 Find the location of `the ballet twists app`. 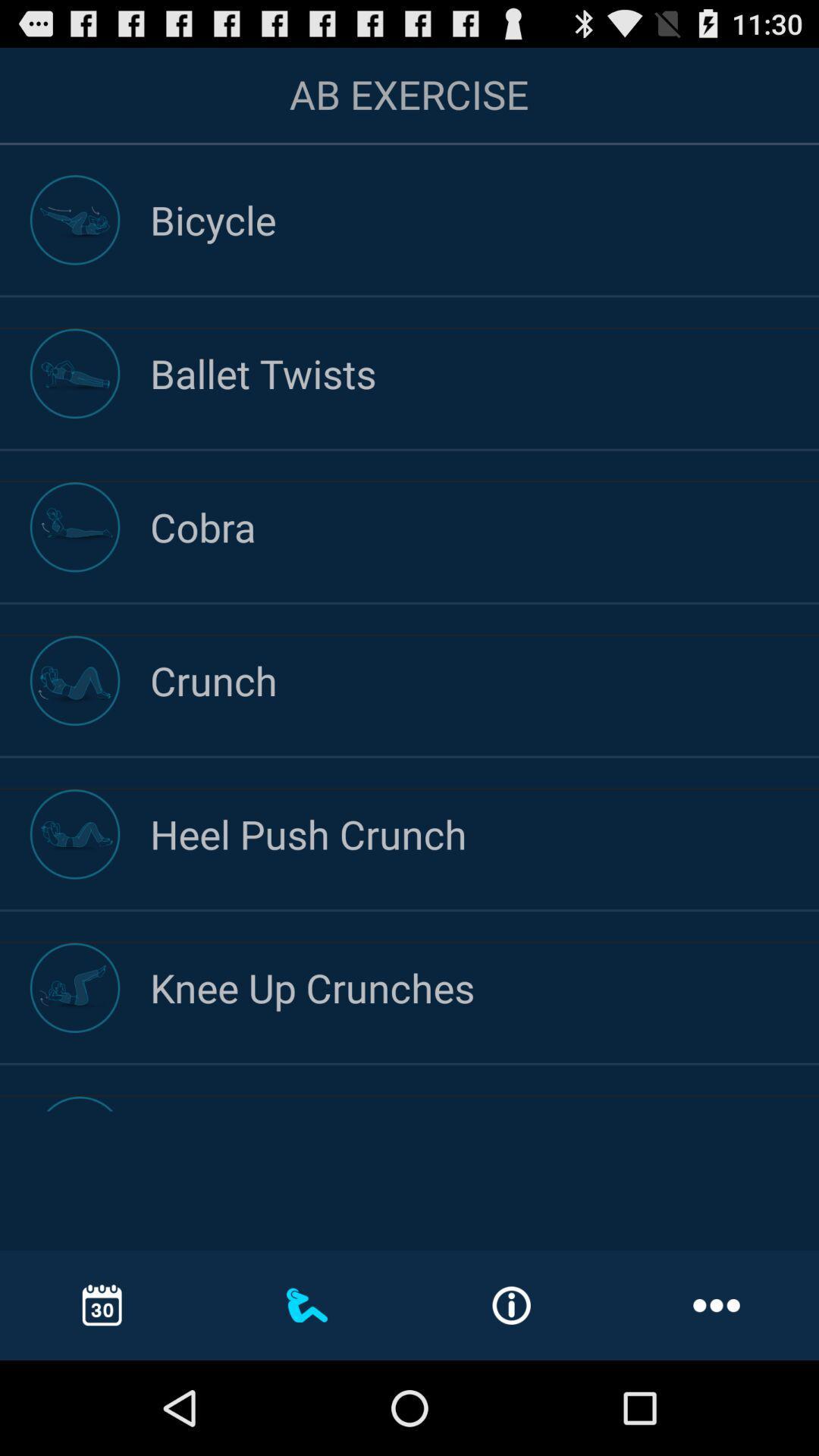

the ballet twists app is located at coordinates (485, 373).